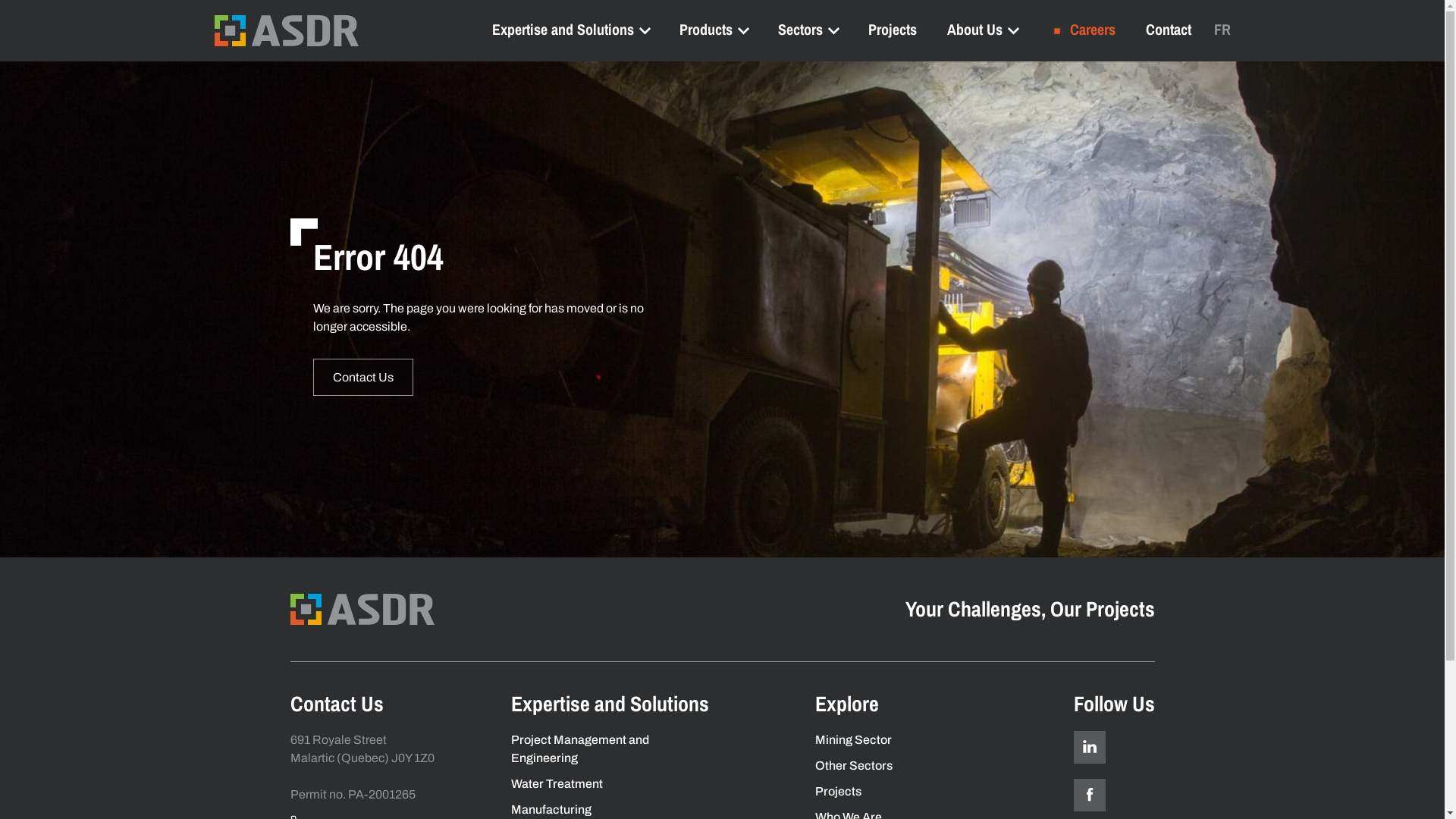 The image size is (1456, 819). I want to click on 'Expertise and Solutions', so click(569, 29).